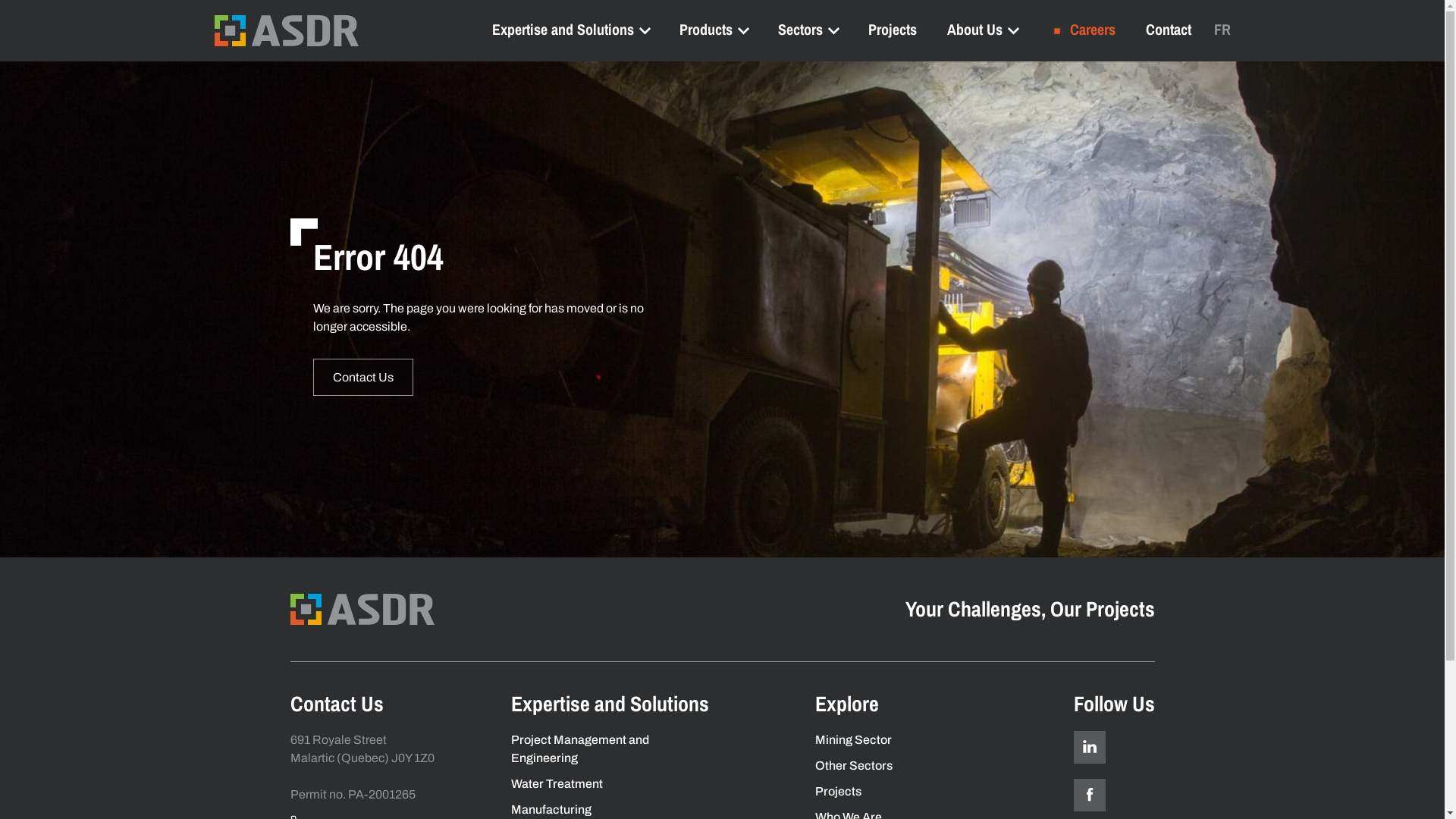 The image size is (1456, 819). I want to click on 'Expertise and Solutions', so click(569, 29).